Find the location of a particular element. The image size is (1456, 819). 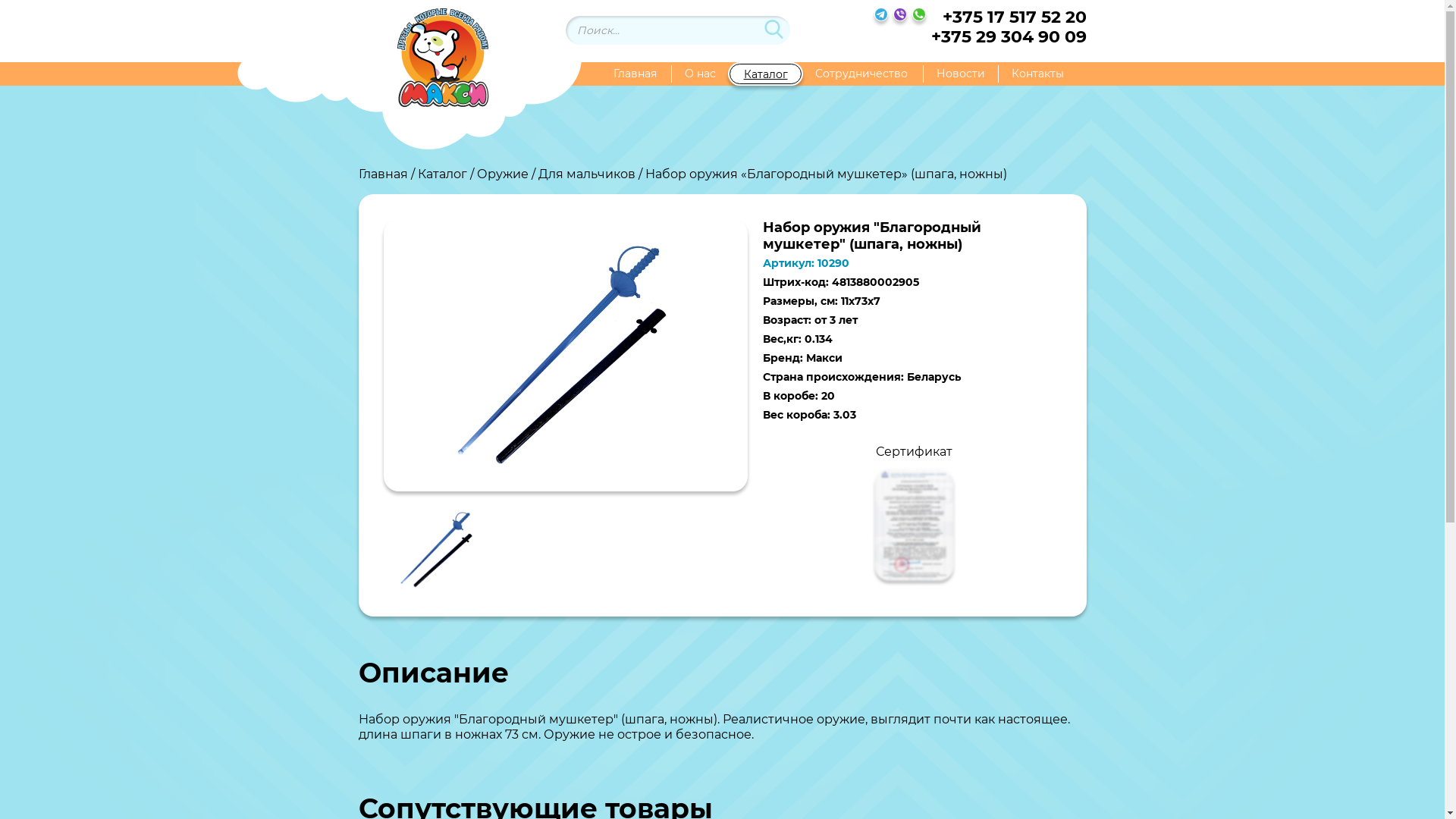

'+375 17 517 52 20' is located at coordinates (1009, 17).